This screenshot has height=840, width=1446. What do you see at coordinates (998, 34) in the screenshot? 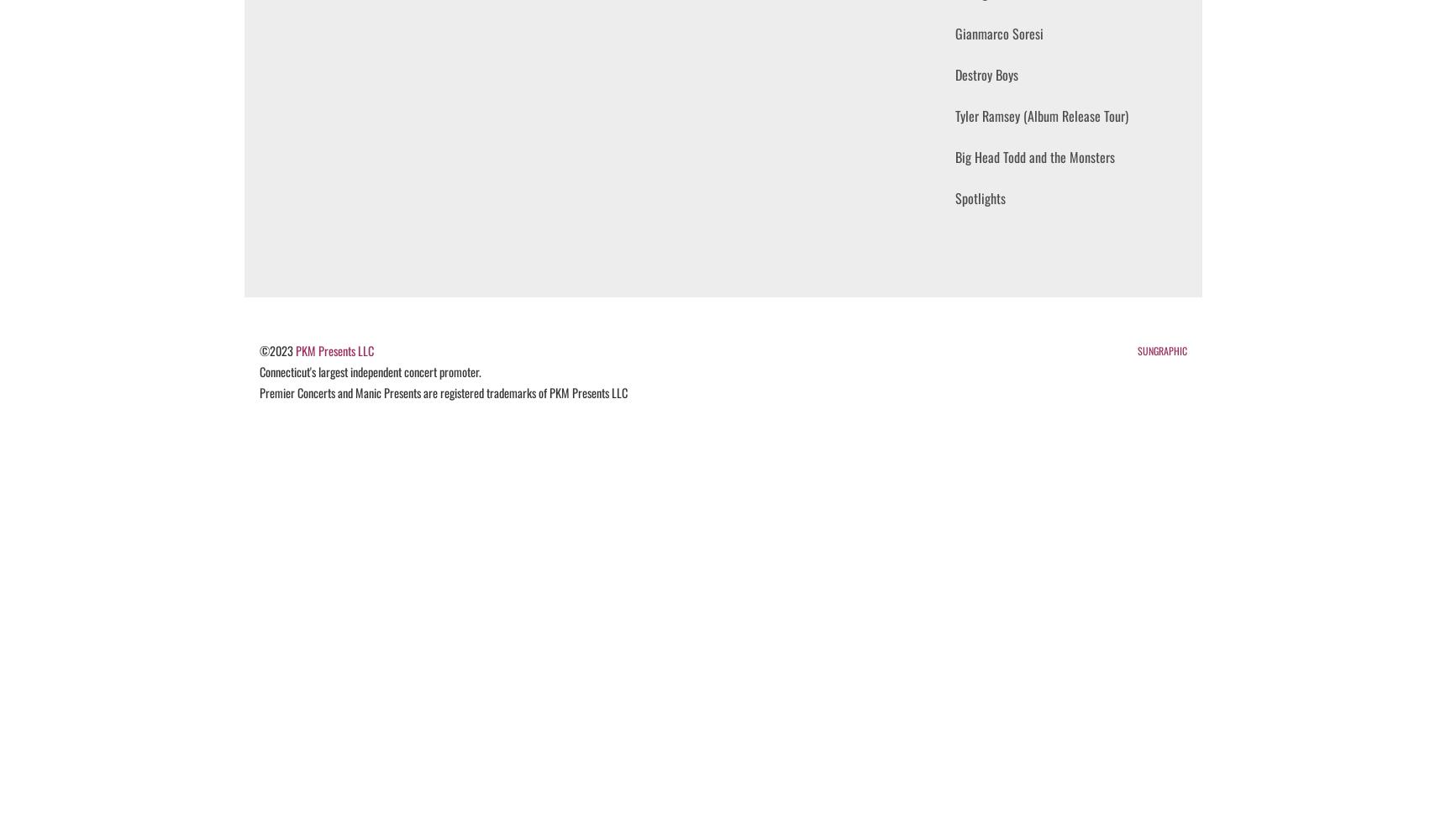
I see `'Gianmarco Soresi'` at bounding box center [998, 34].